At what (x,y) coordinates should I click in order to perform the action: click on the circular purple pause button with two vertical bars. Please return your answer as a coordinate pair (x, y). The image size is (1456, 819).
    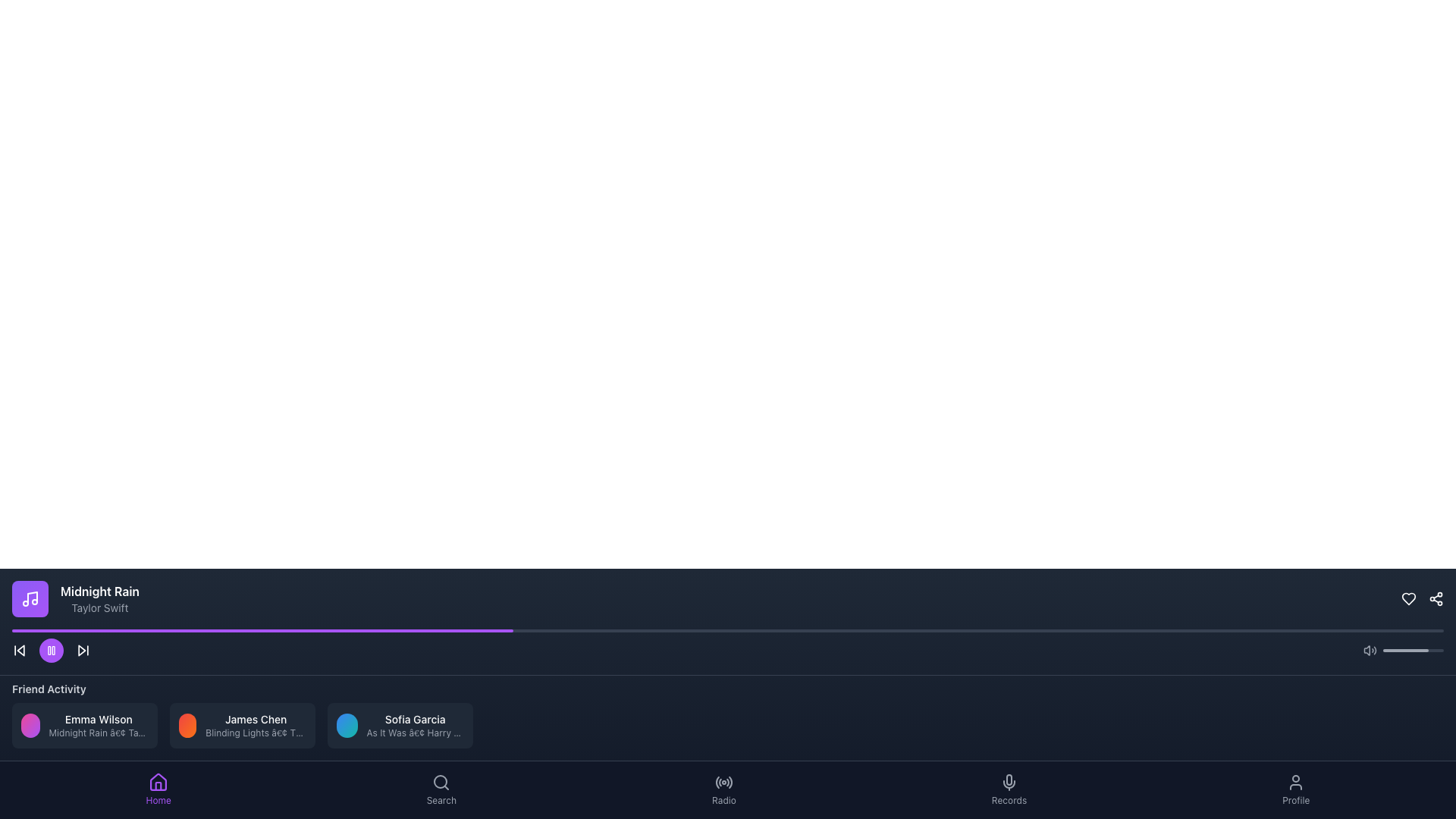
    Looking at the image, I should click on (51, 649).